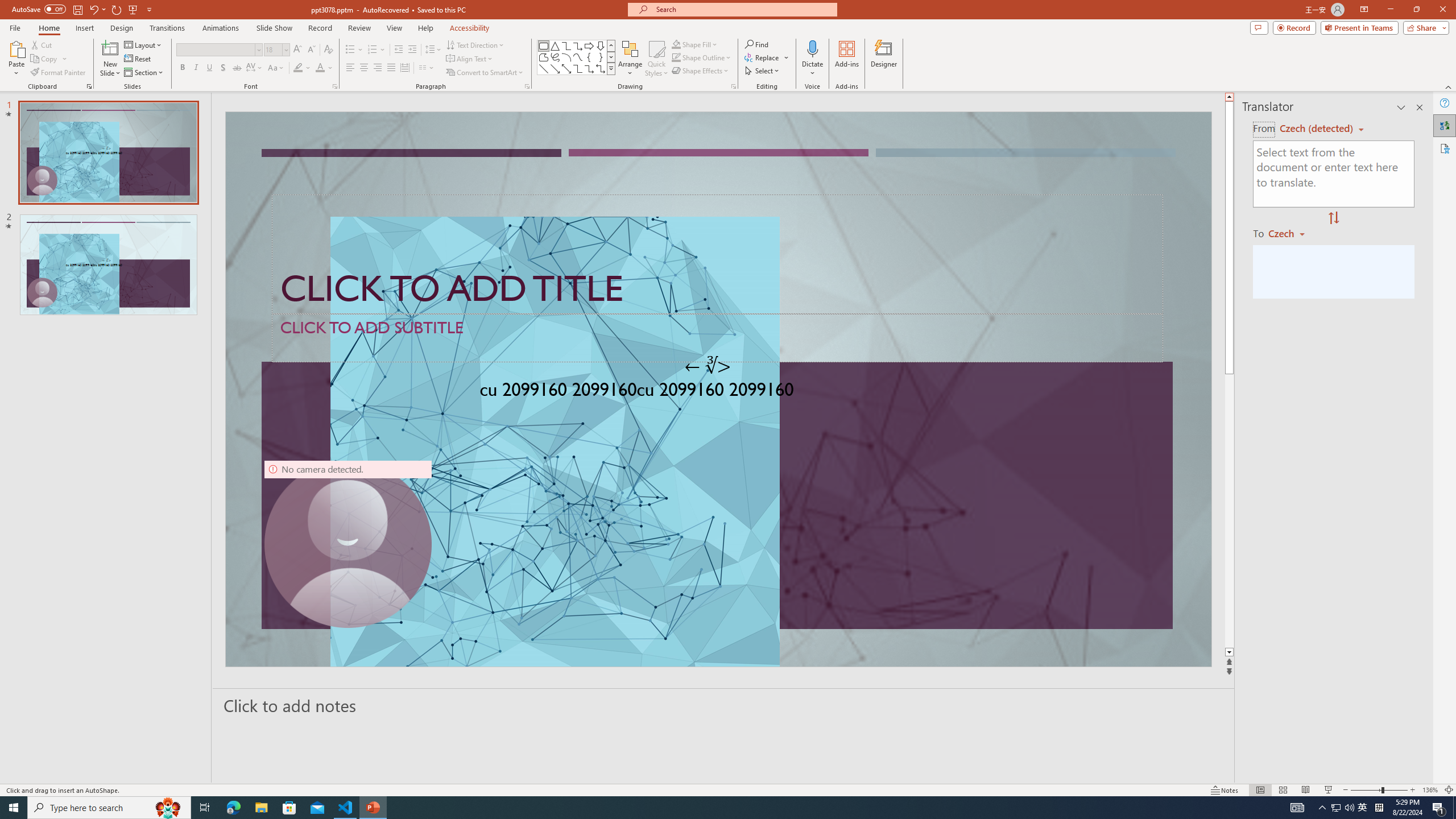 This screenshot has height=819, width=1456. I want to click on 'Zoom 136%', so click(1430, 790).